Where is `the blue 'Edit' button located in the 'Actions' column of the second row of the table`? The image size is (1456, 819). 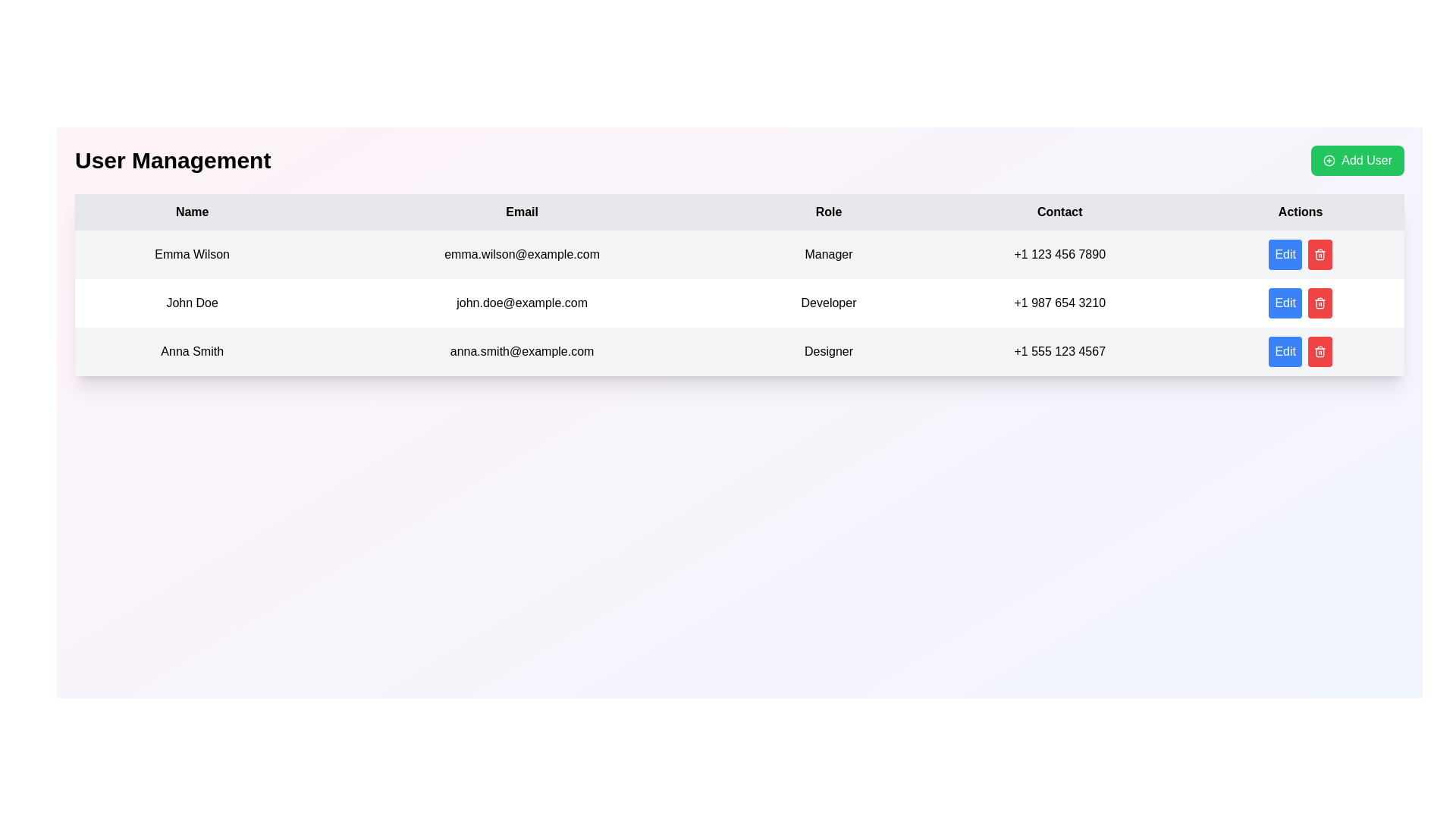 the blue 'Edit' button located in the 'Actions' column of the second row of the table is located at coordinates (1284, 303).